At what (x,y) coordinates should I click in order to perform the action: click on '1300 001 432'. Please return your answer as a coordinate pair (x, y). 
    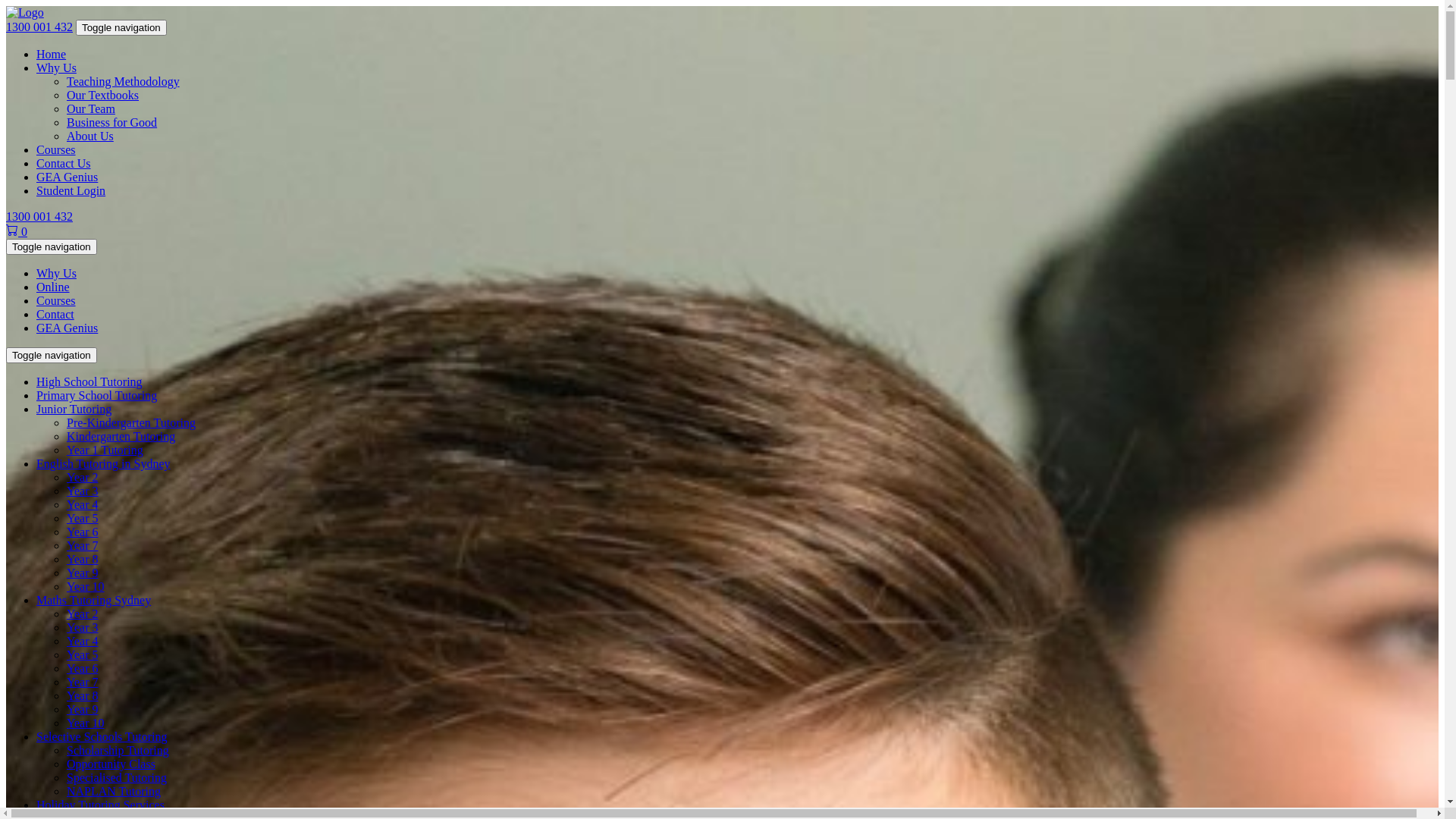
    Looking at the image, I should click on (39, 27).